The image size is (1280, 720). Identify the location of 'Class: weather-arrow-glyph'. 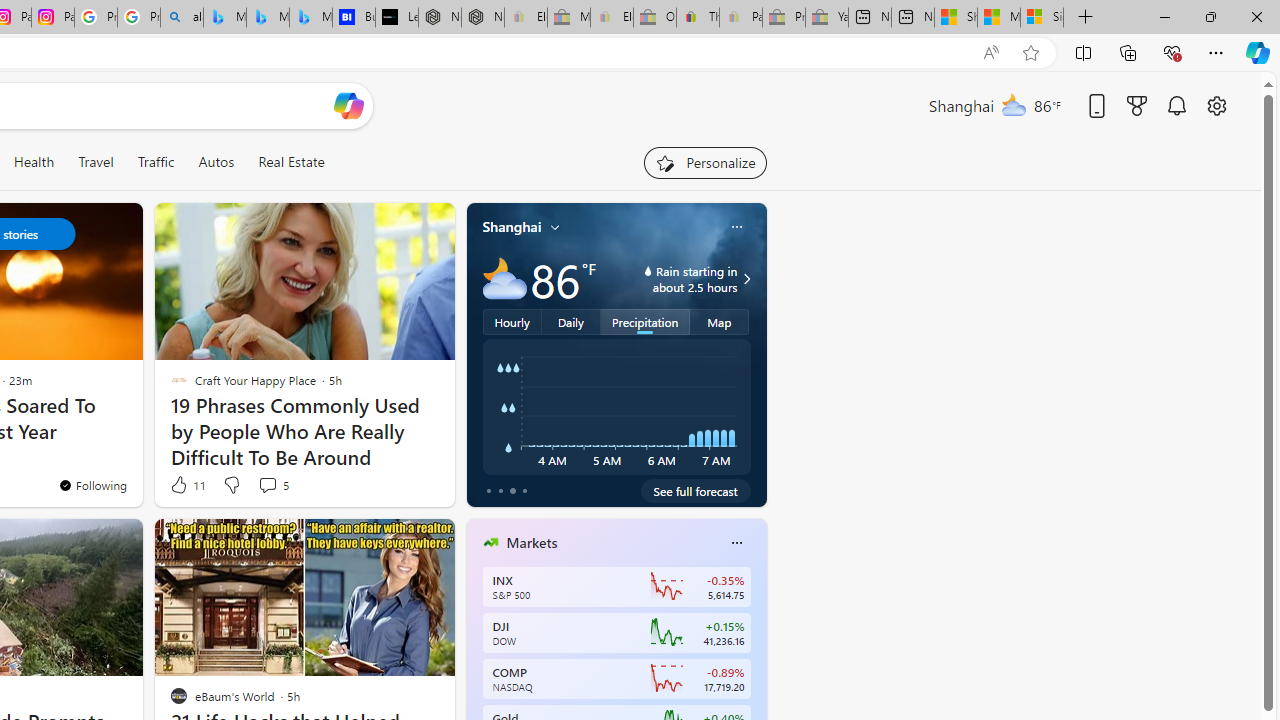
(745, 279).